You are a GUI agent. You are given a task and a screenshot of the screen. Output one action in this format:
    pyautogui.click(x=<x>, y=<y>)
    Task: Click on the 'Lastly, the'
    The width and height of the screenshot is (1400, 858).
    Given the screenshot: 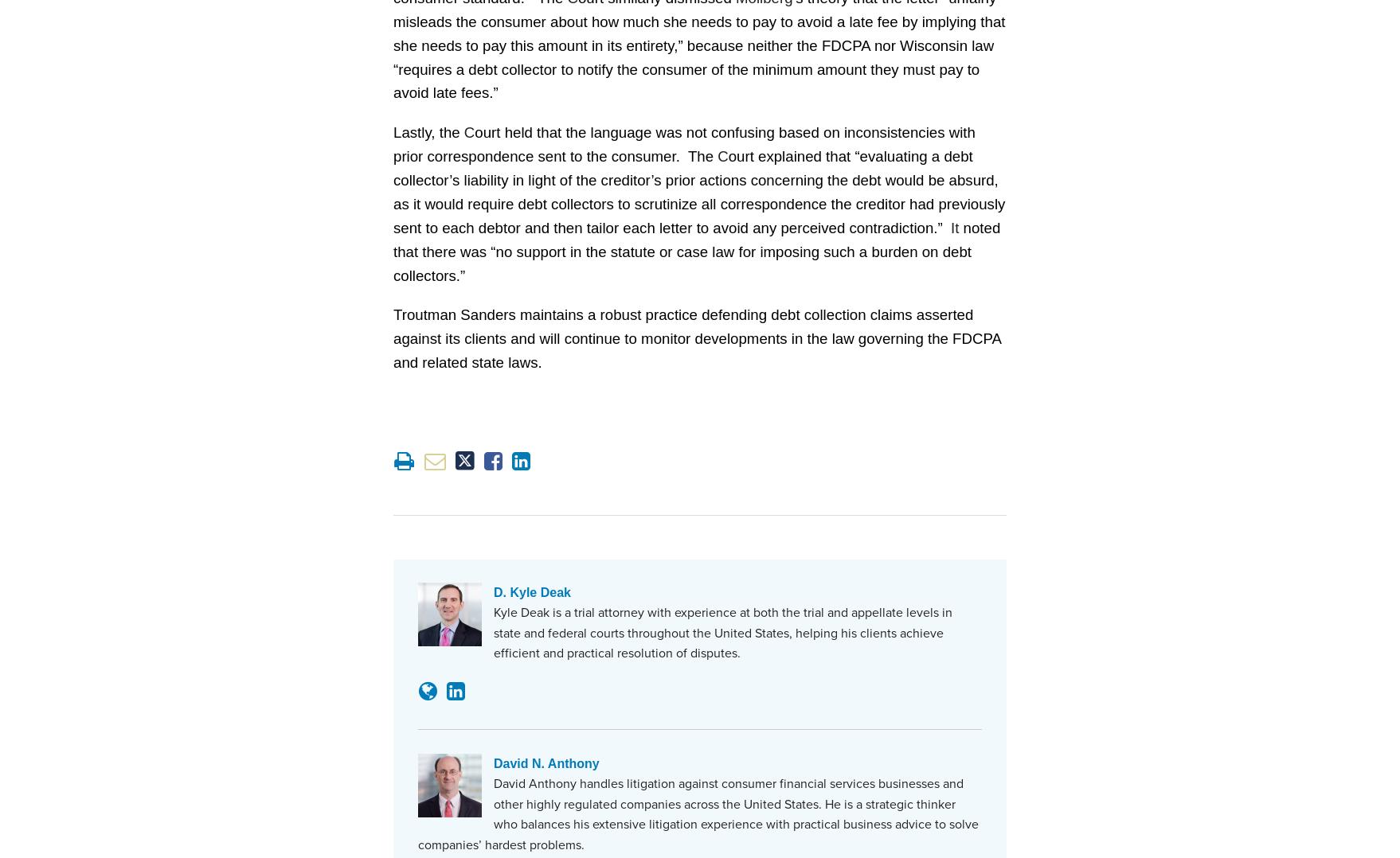 What is the action you would take?
    pyautogui.click(x=392, y=131)
    